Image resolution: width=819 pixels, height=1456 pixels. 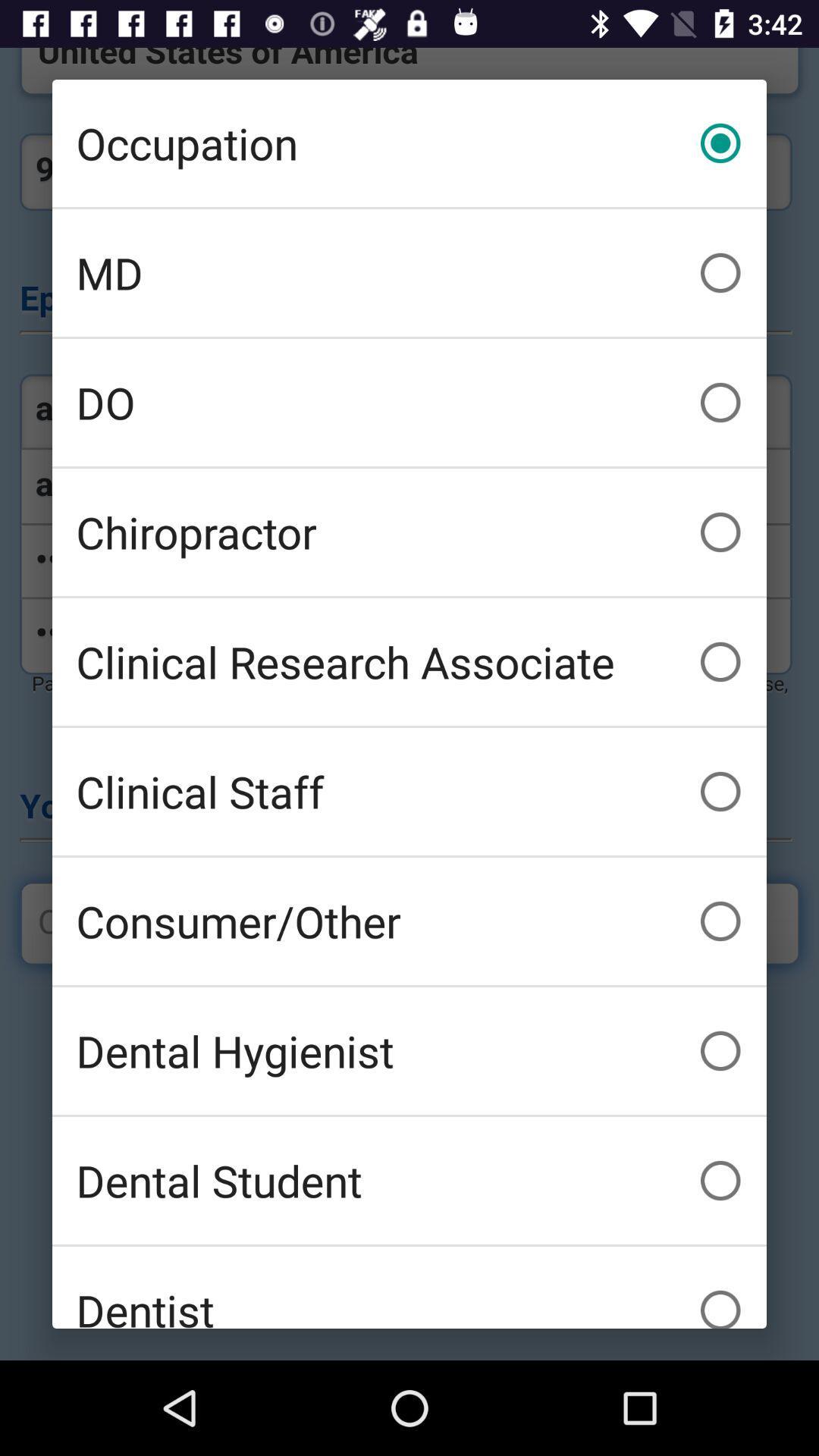 What do you see at coordinates (409, 143) in the screenshot?
I see `the occupation` at bounding box center [409, 143].